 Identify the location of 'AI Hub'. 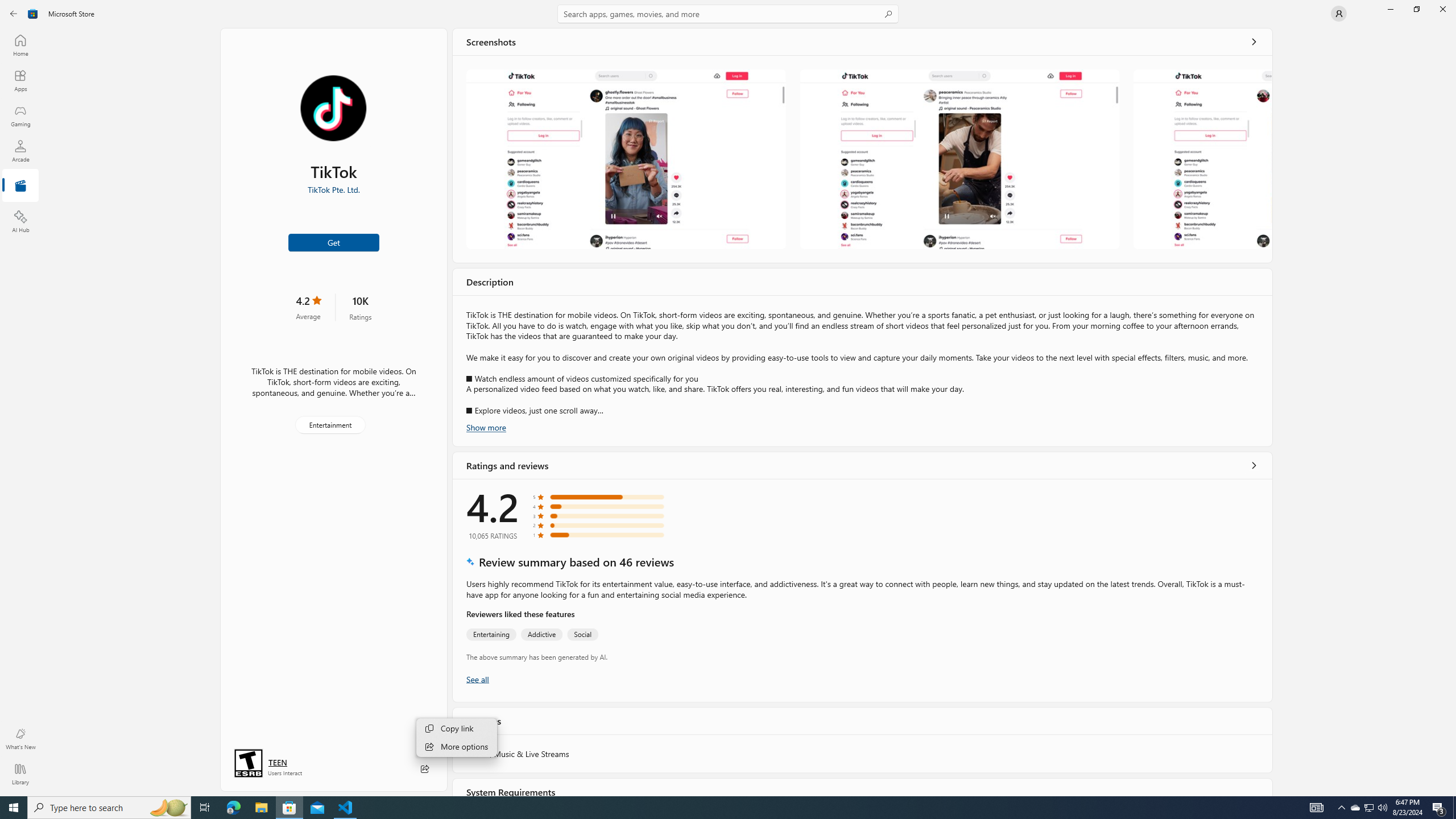
(19, 221).